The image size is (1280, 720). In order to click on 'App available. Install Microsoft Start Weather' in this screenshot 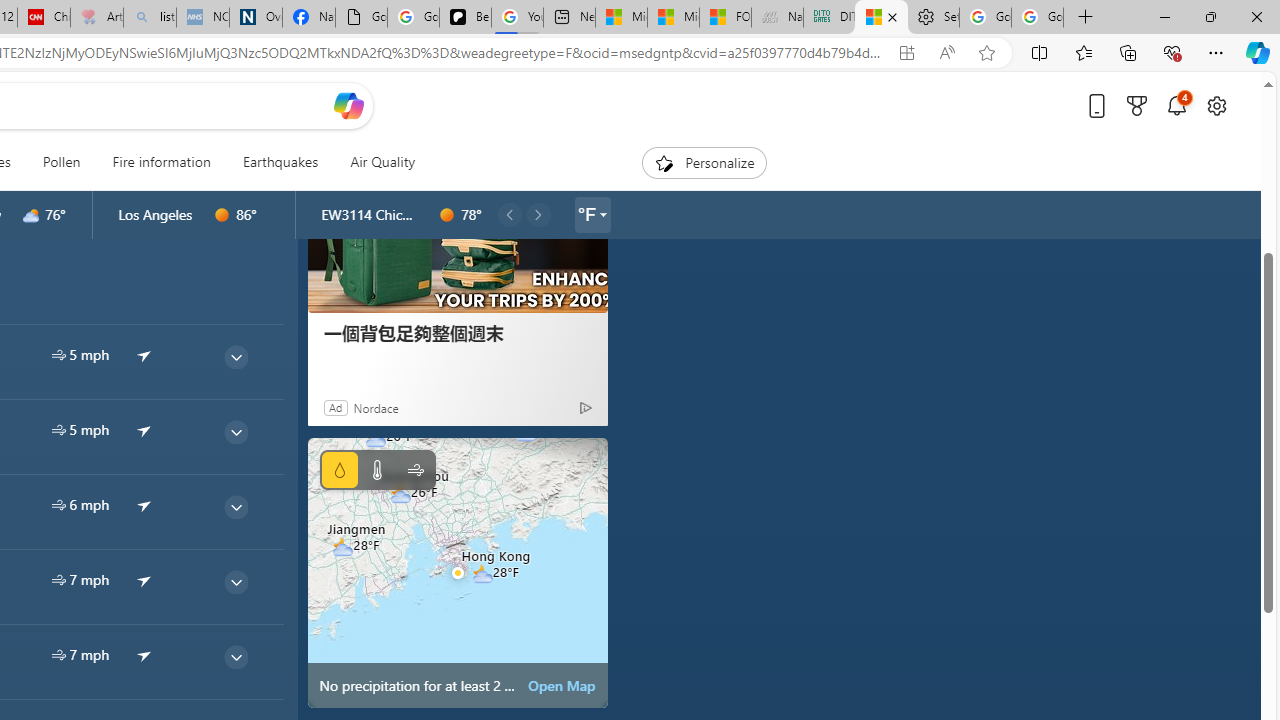, I will do `click(905, 52)`.